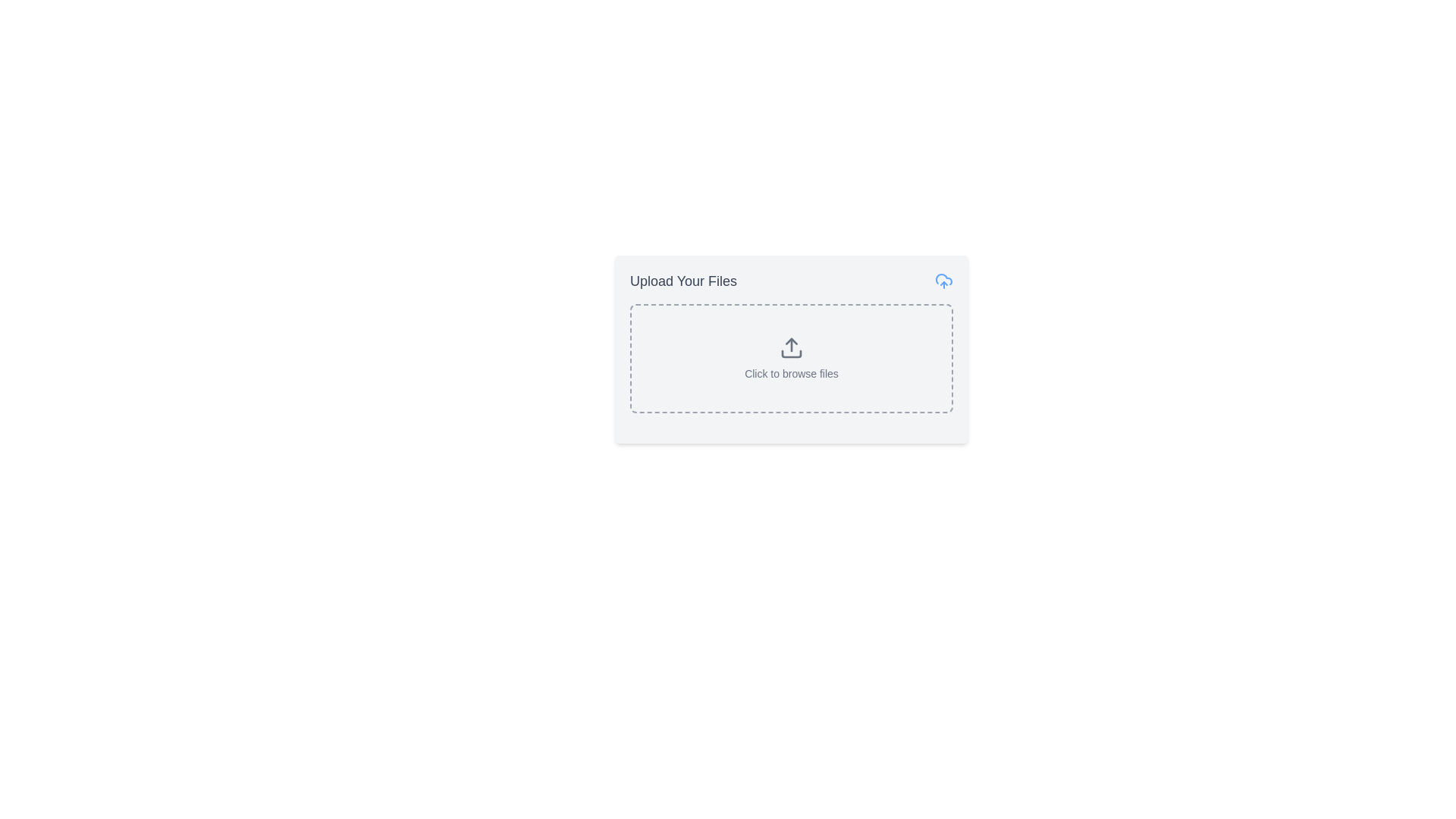  What do you see at coordinates (943, 281) in the screenshot?
I see `the cloud-shaped icon with an upward arrow, styled in blue, located to the right of the text 'Upload Your Files'` at bounding box center [943, 281].